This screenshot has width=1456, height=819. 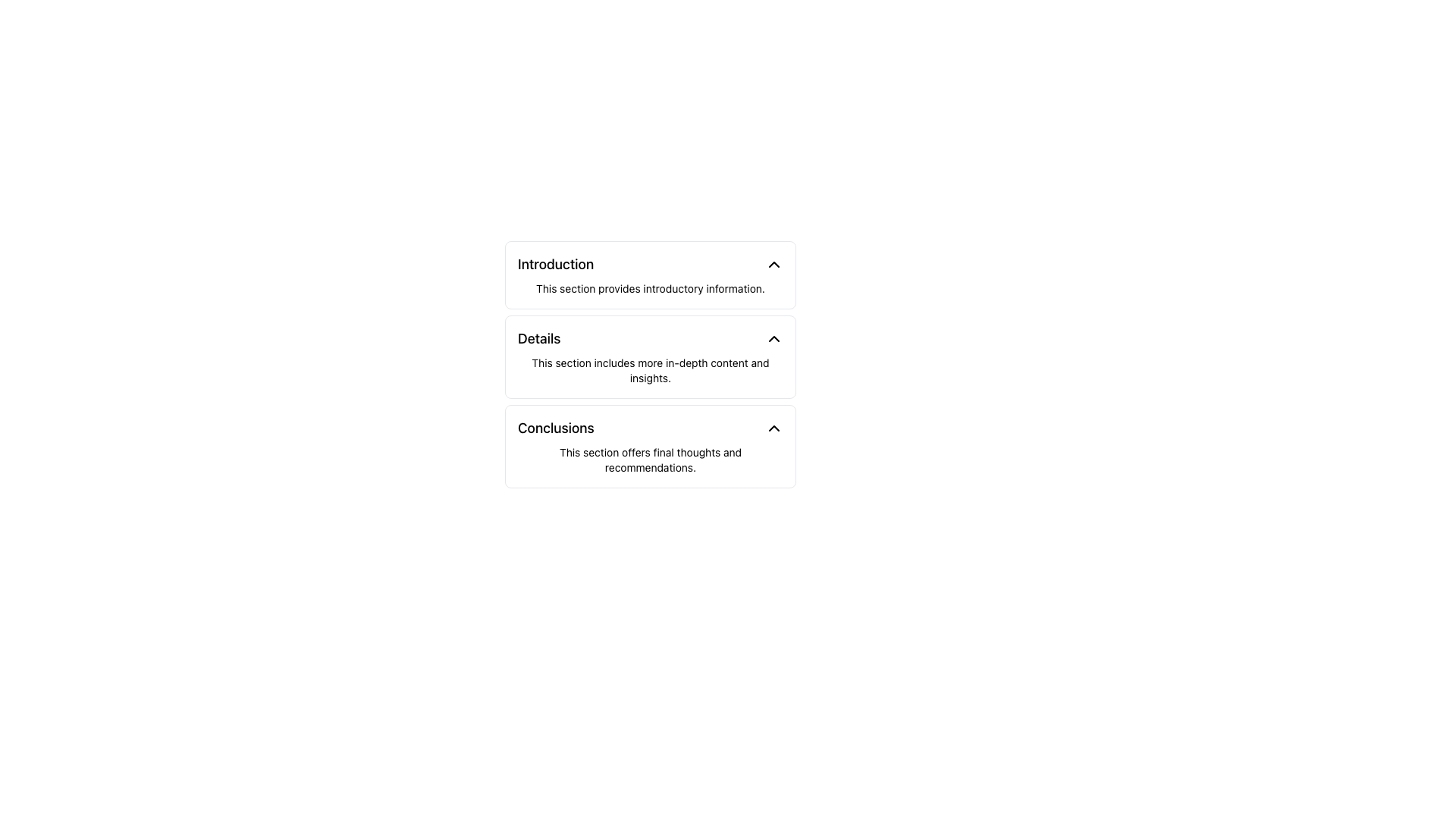 What do you see at coordinates (774, 428) in the screenshot?
I see `the toggle icon on the far-right side of the 'Conclusions' section header` at bounding box center [774, 428].